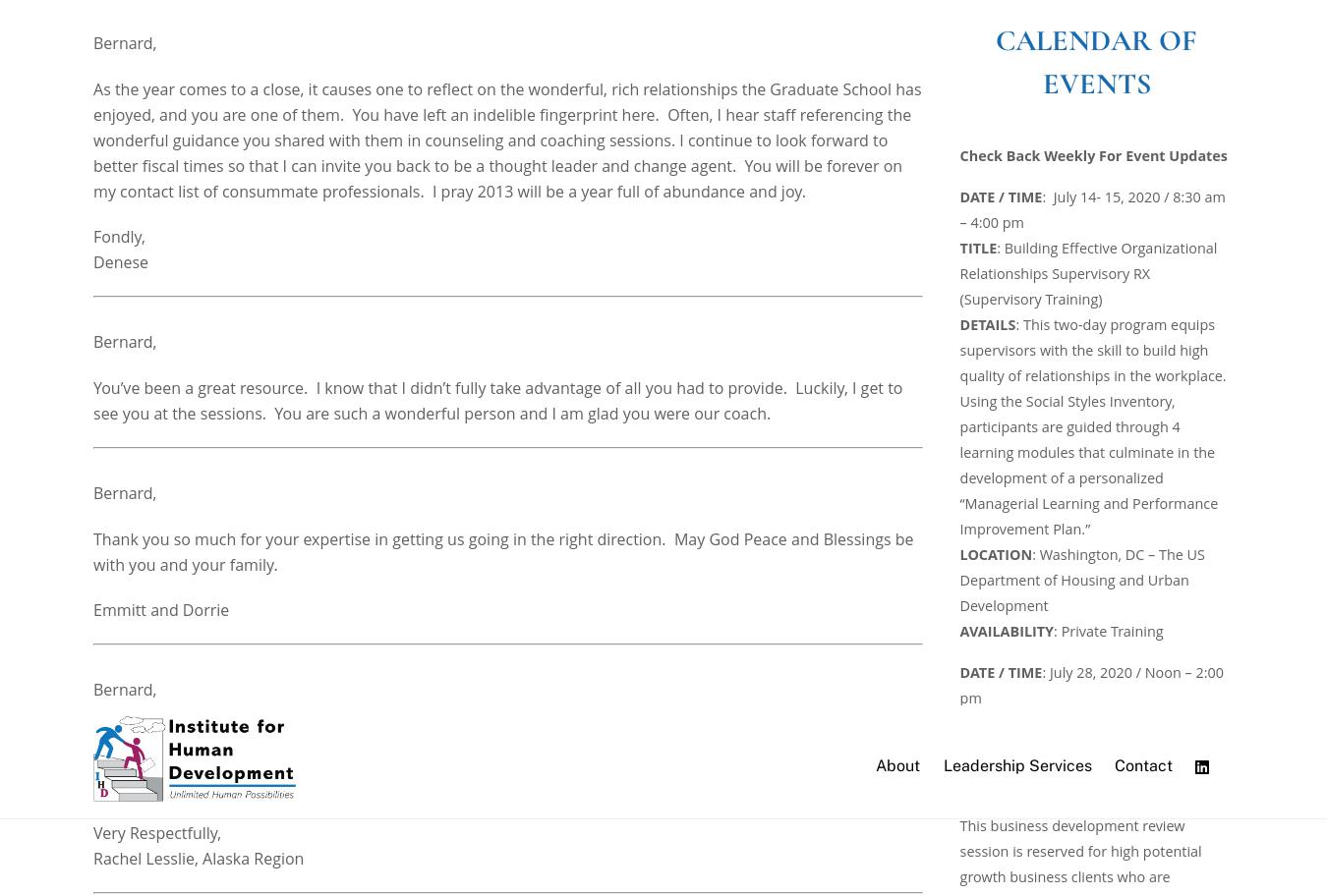 The height and width of the screenshot is (896, 1327). I want to click on 'Leadership Advisory', so click(550, 818).